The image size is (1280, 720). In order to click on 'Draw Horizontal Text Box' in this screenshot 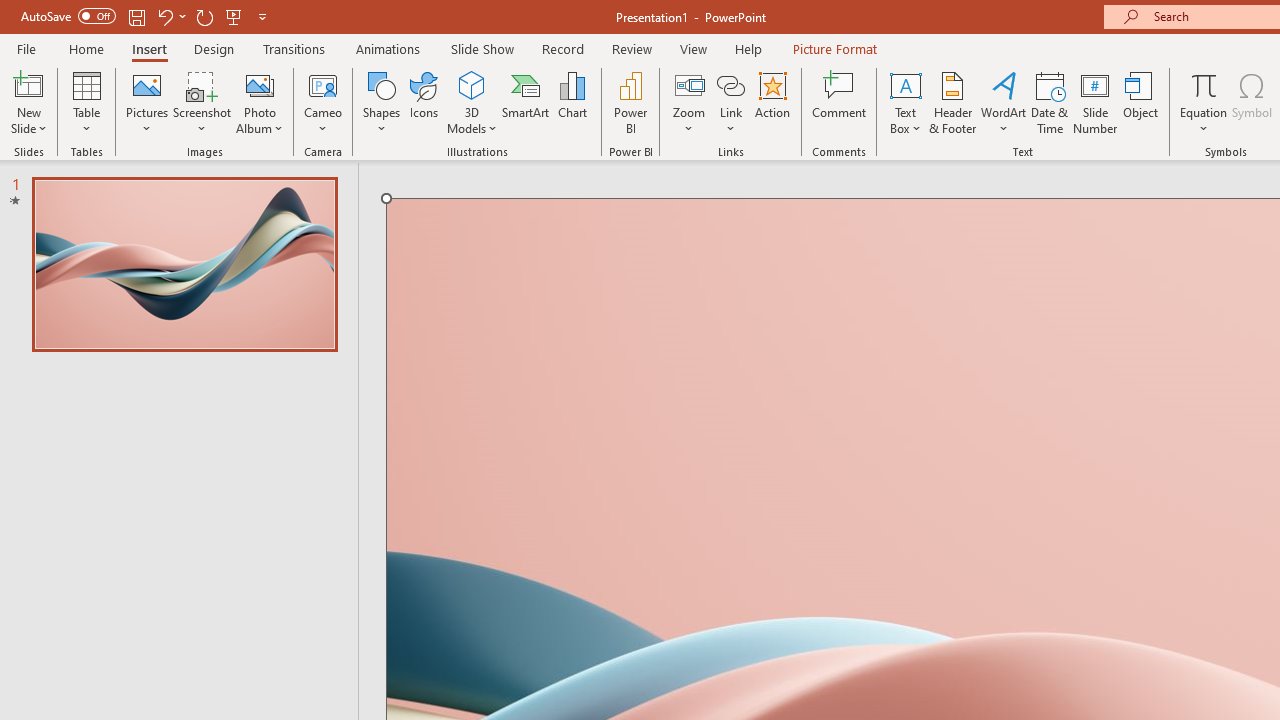, I will do `click(904, 84)`.